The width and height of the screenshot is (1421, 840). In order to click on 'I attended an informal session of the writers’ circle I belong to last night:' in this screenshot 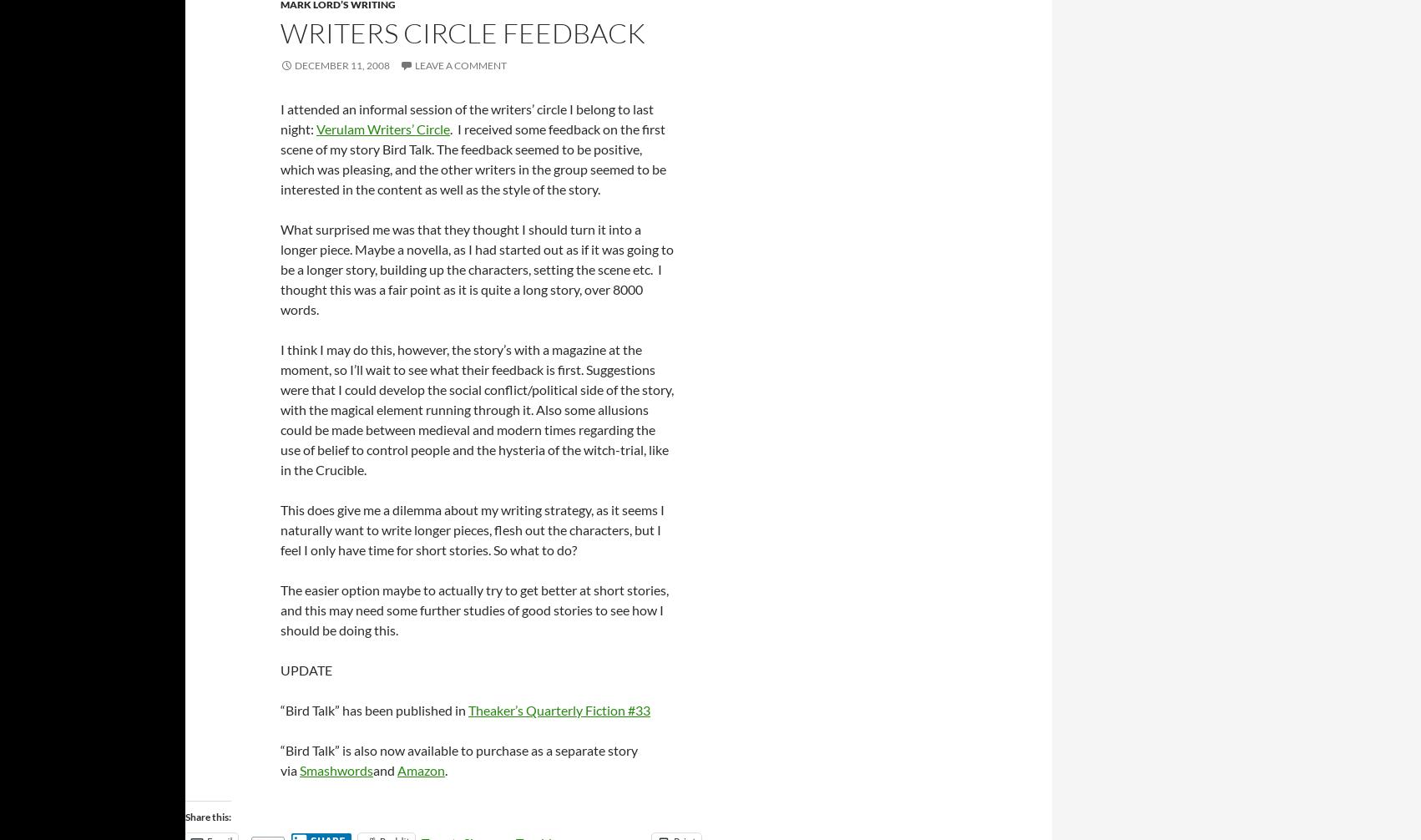, I will do `click(466, 118)`.